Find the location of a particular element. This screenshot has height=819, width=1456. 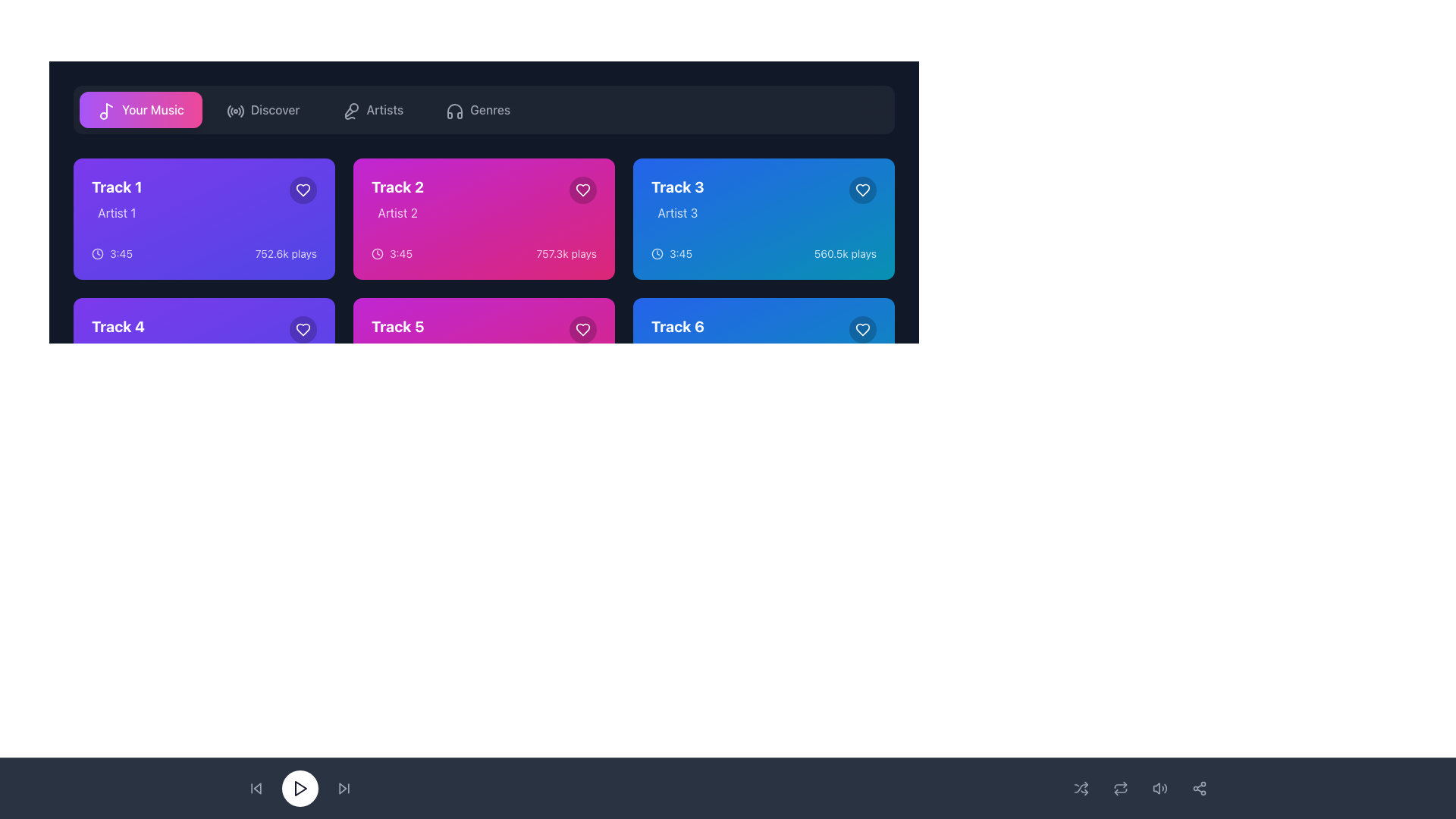

the circular button with a white background and a black 'play' icon located at the bottom center of the interface to change its background to light gray is located at coordinates (300, 788).